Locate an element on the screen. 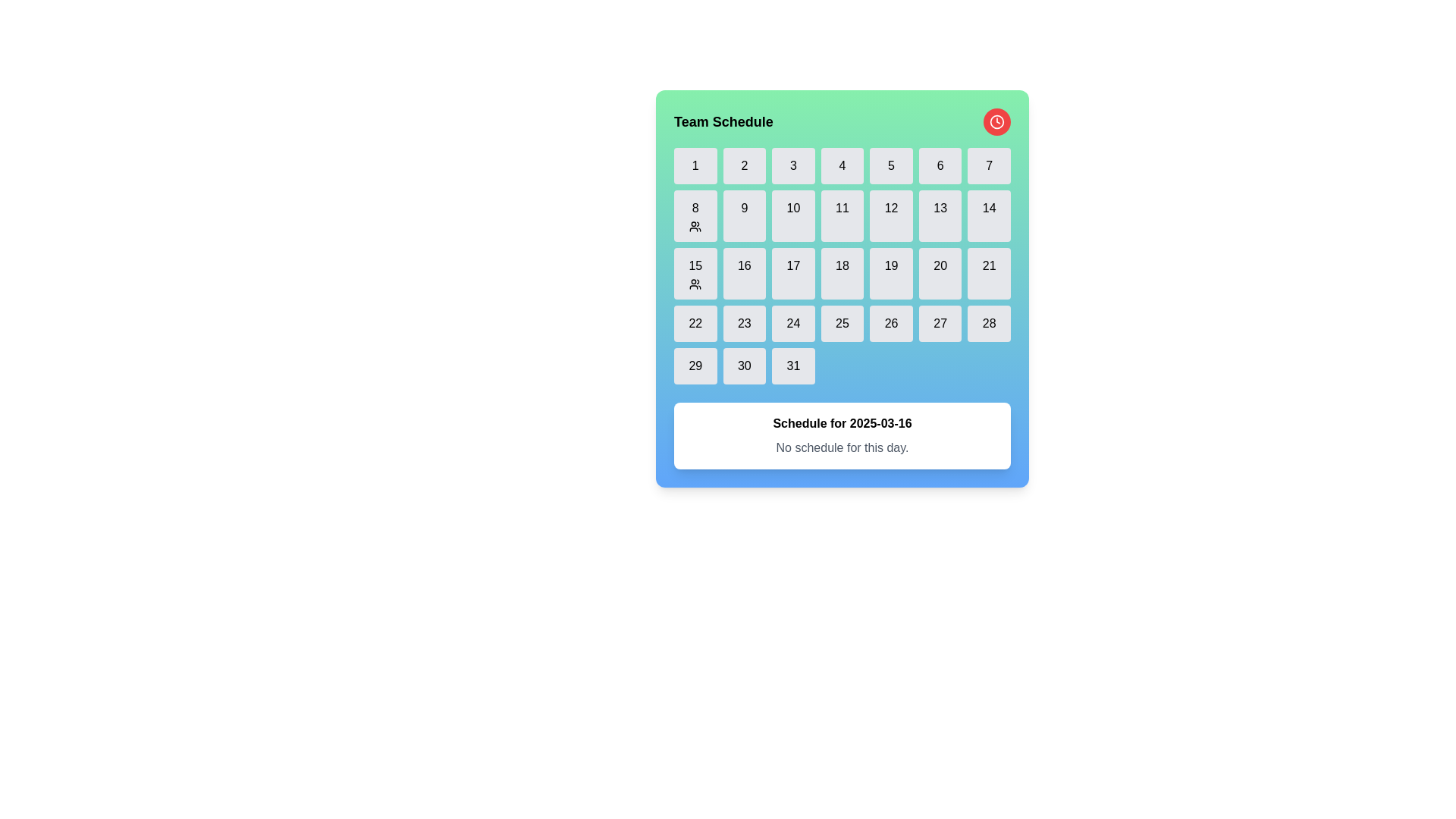 Image resolution: width=1456 pixels, height=819 pixels. the Textual Number Label displaying the number '11', which is styled in bold black font and is centrally aligned within a light gray rounded rectangular button in the calendar interface is located at coordinates (841, 208).